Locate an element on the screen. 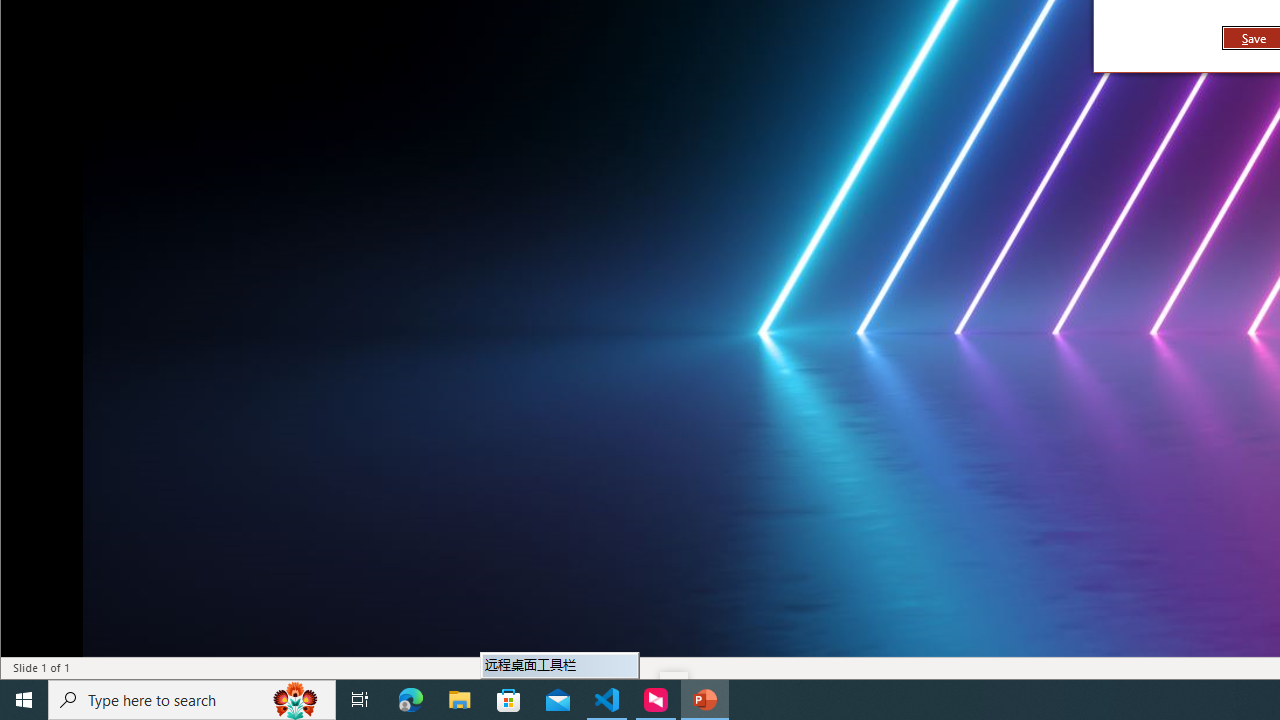 This screenshot has width=1280, height=720. 'Microsoft Store' is located at coordinates (509, 698).